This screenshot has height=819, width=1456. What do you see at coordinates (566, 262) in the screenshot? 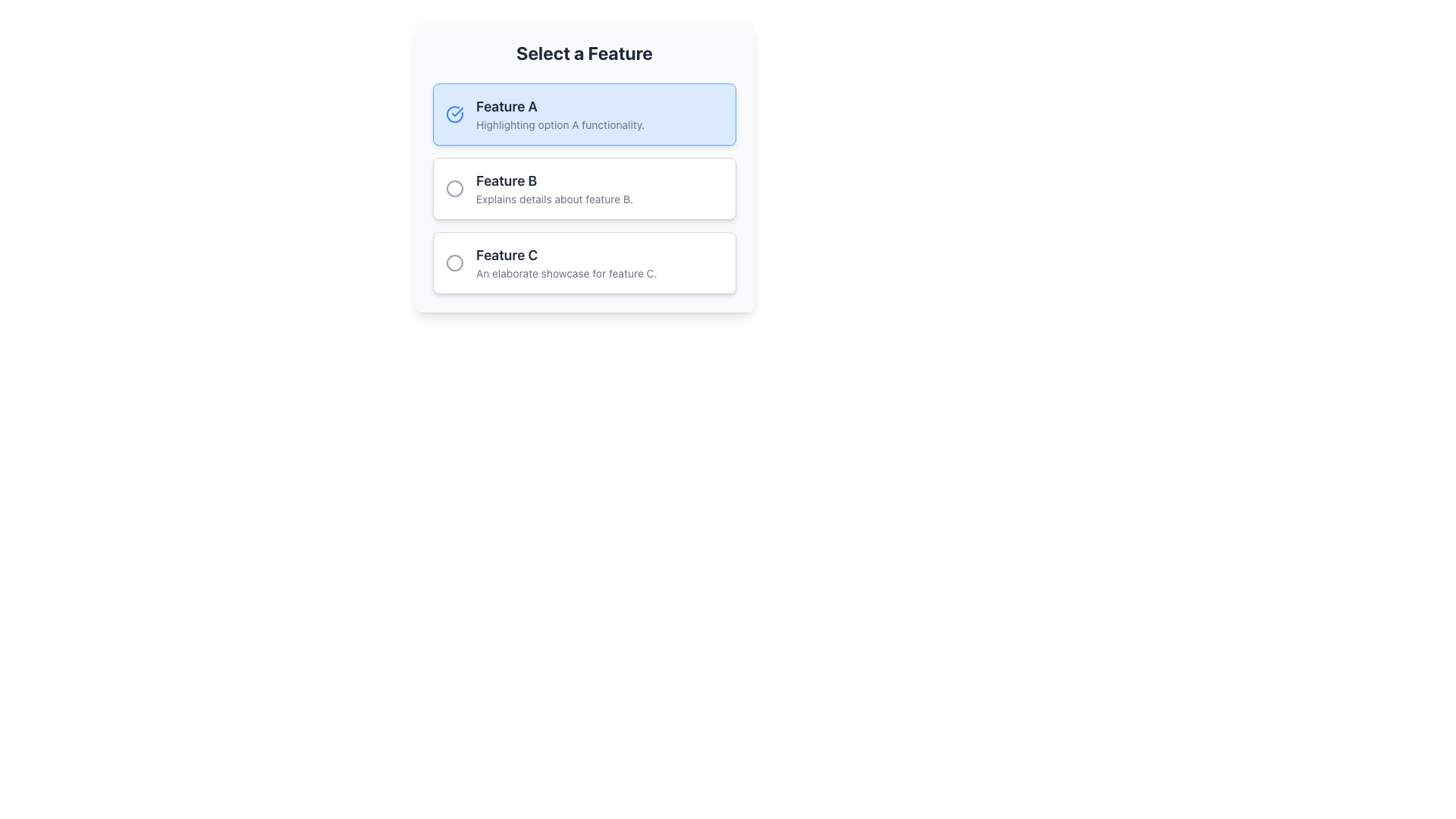
I see `text from the two-line text component labeled 'Feature C' which is located in the third option card from the top in a vertical list of selectable feature cards` at bounding box center [566, 262].